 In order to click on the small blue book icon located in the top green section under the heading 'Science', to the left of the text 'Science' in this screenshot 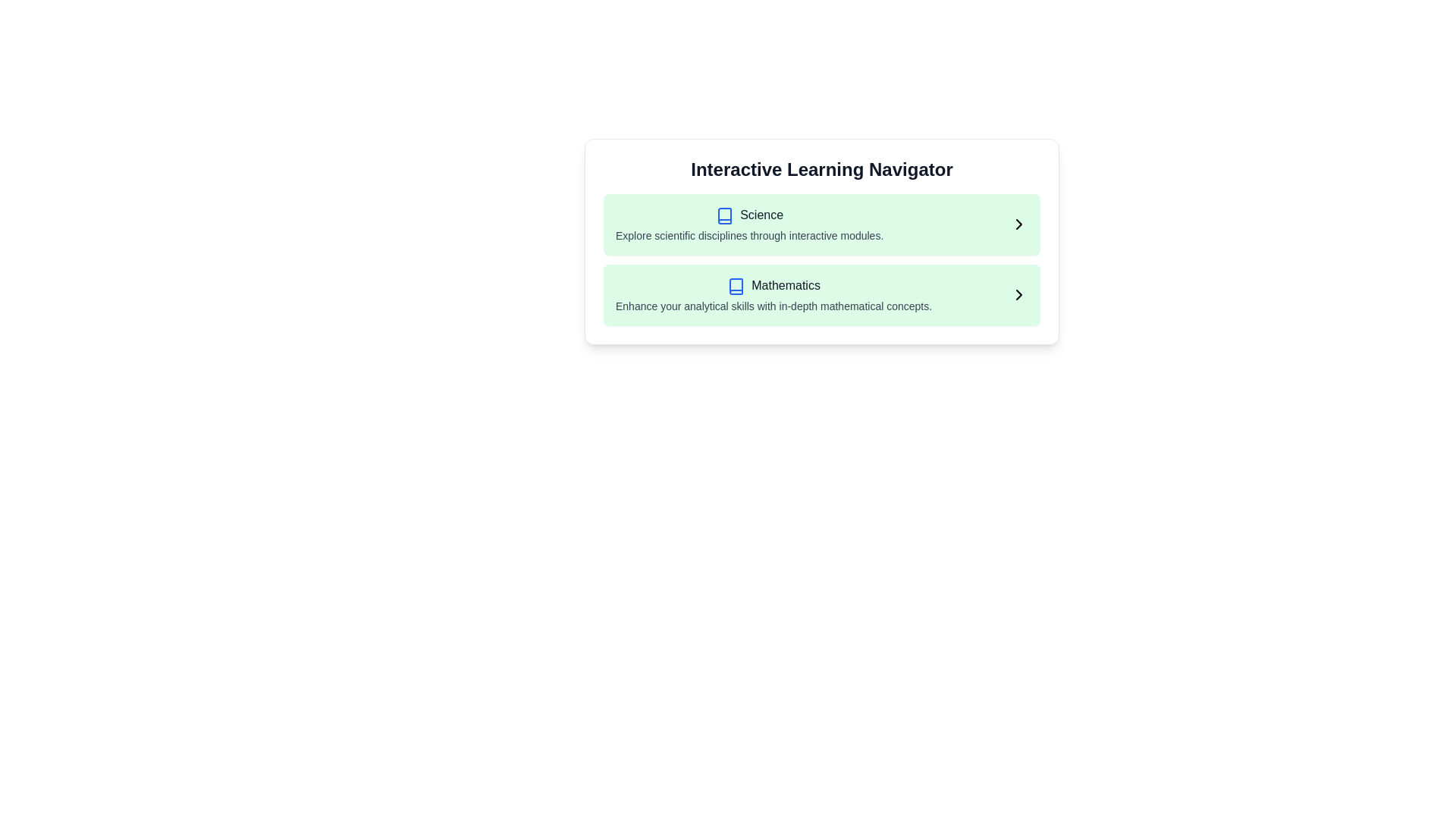, I will do `click(724, 215)`.